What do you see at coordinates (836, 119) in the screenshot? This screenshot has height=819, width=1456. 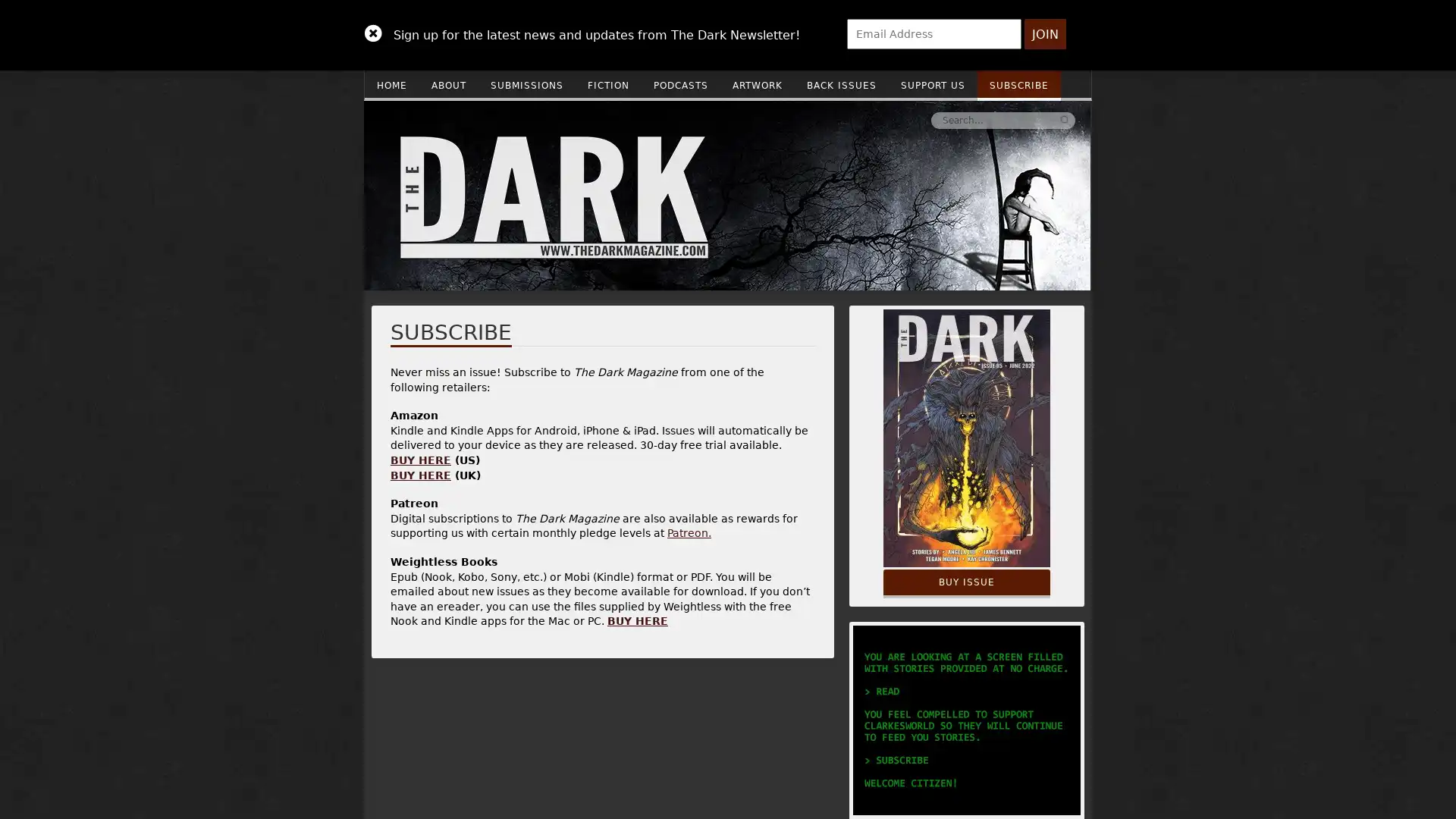 I see `Search` at bounding box center [836, 119].